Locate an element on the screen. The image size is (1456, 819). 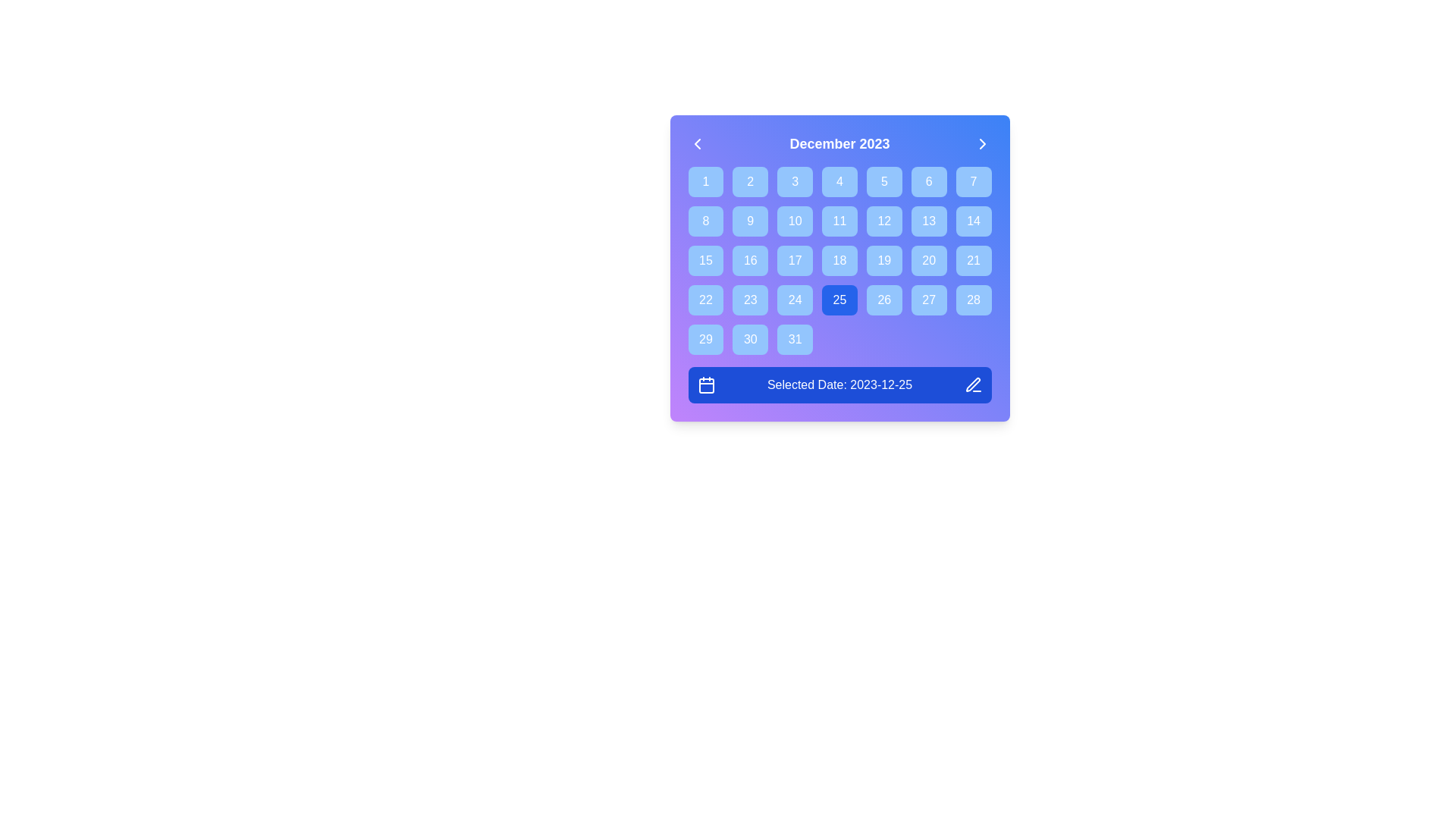
the chevron arrow button in the calendar header to move forward in the calendar is located at coordinates (982, 143).